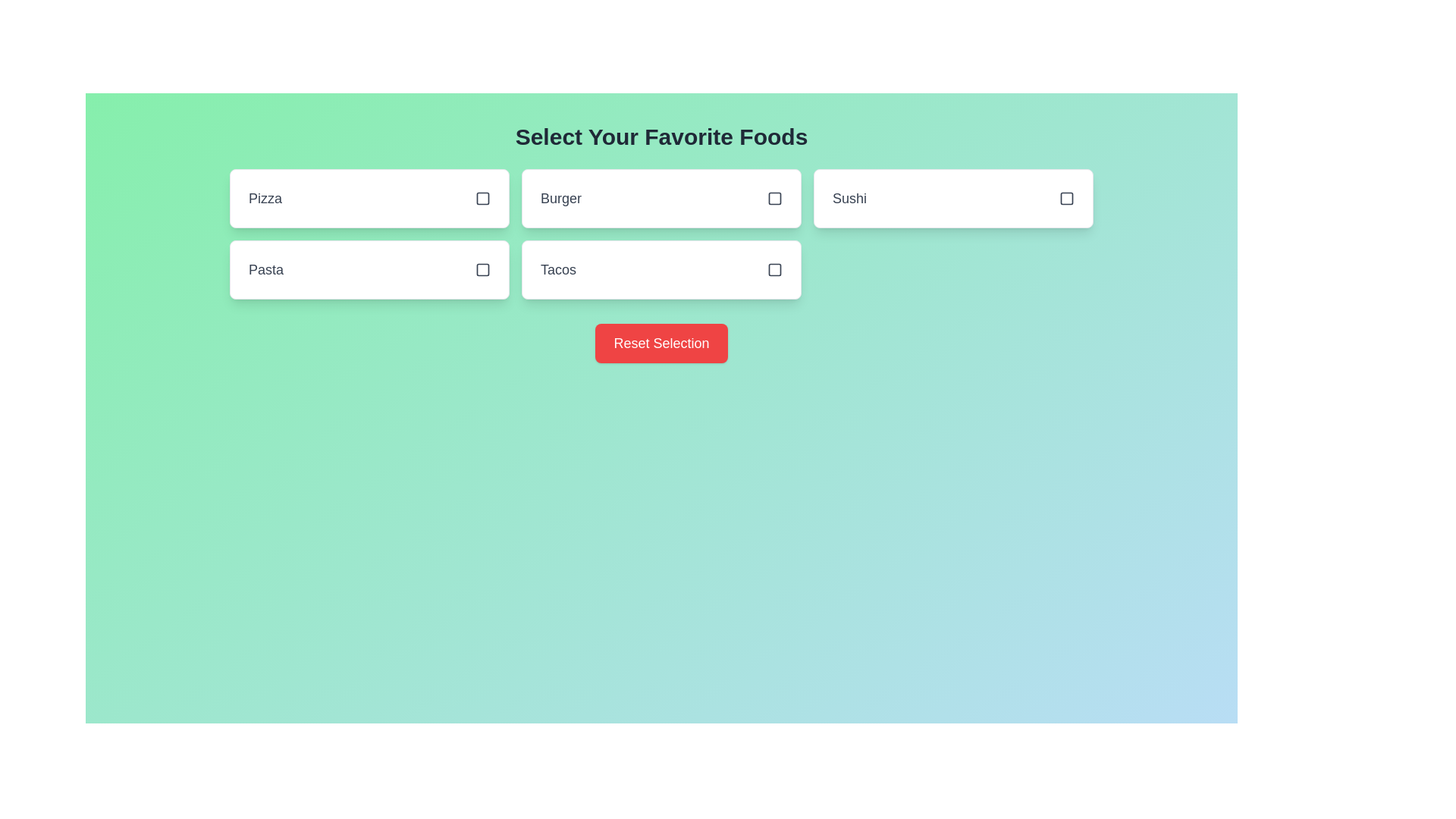 The height and width of the screenshot is (819, 1456). Describe the element at coordinates (369, 198) in the screenshot. I see `the food item Pizza` at that location.